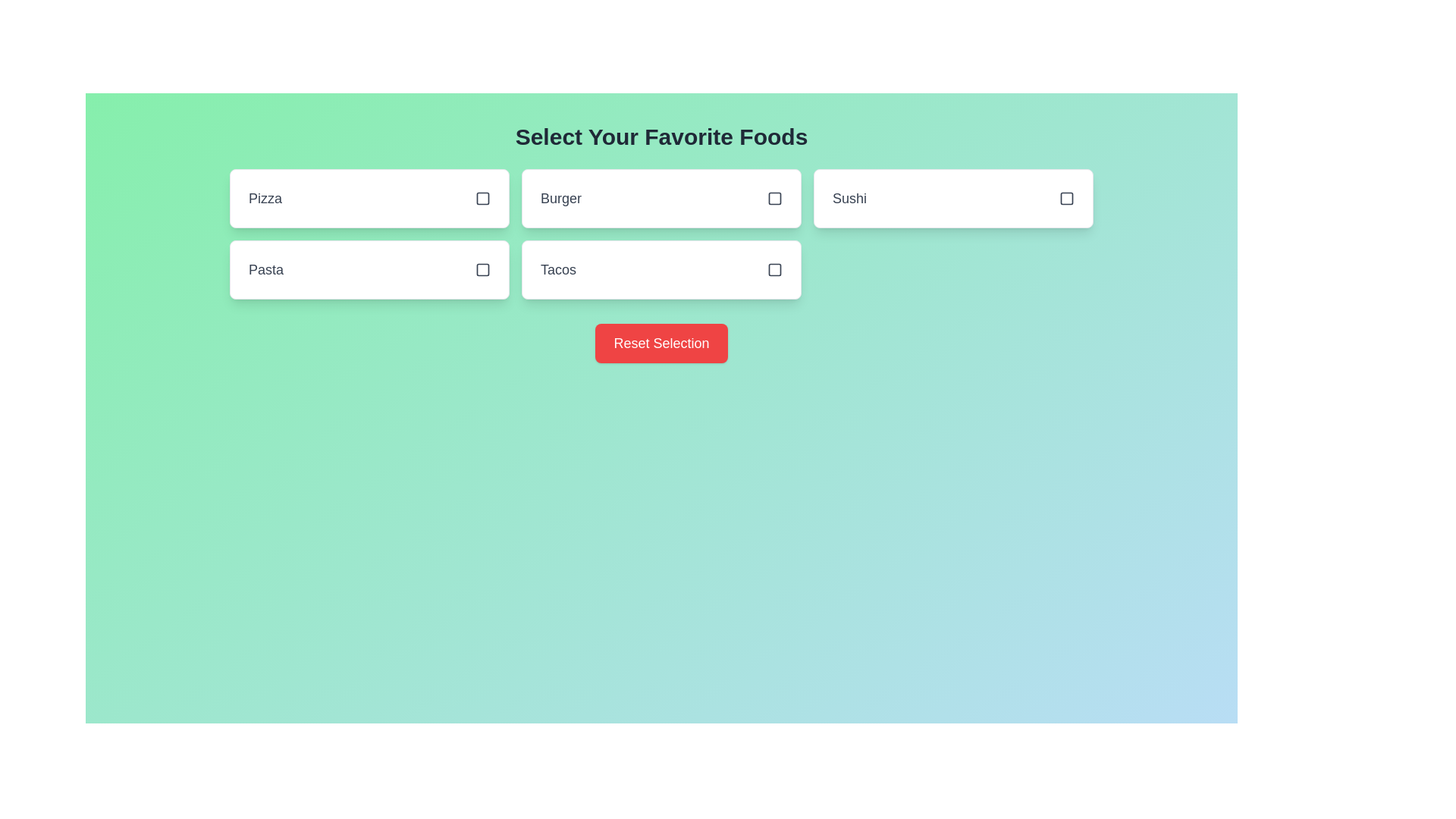 The height and width of the screenshot is (819, 1456). Describe the element at coordinates (369, 198) in the screenshot. I see `the food item Pizza` at that location.